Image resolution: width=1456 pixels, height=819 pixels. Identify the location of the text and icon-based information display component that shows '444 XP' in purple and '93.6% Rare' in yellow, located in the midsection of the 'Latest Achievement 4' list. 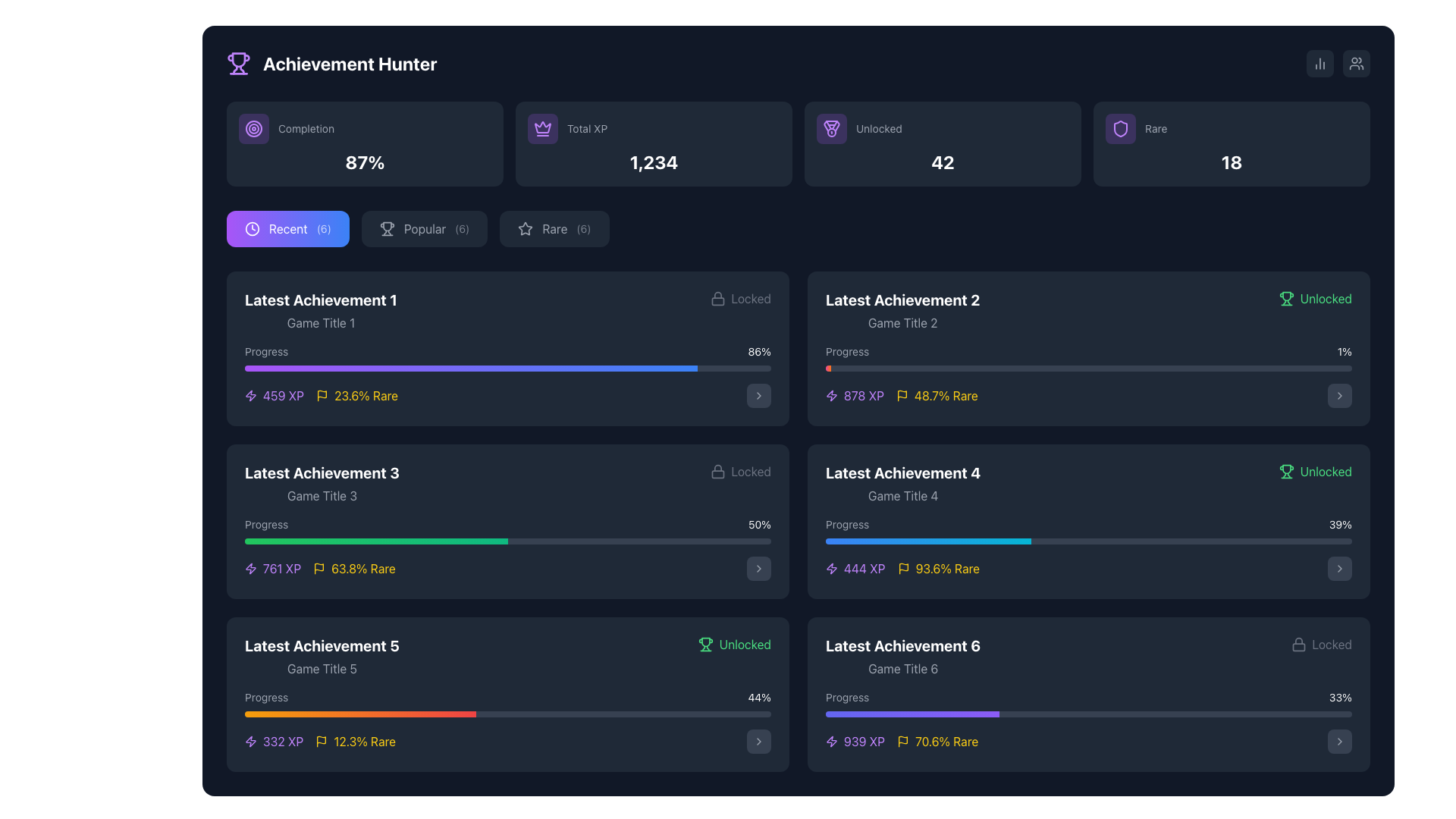
(902, 568).